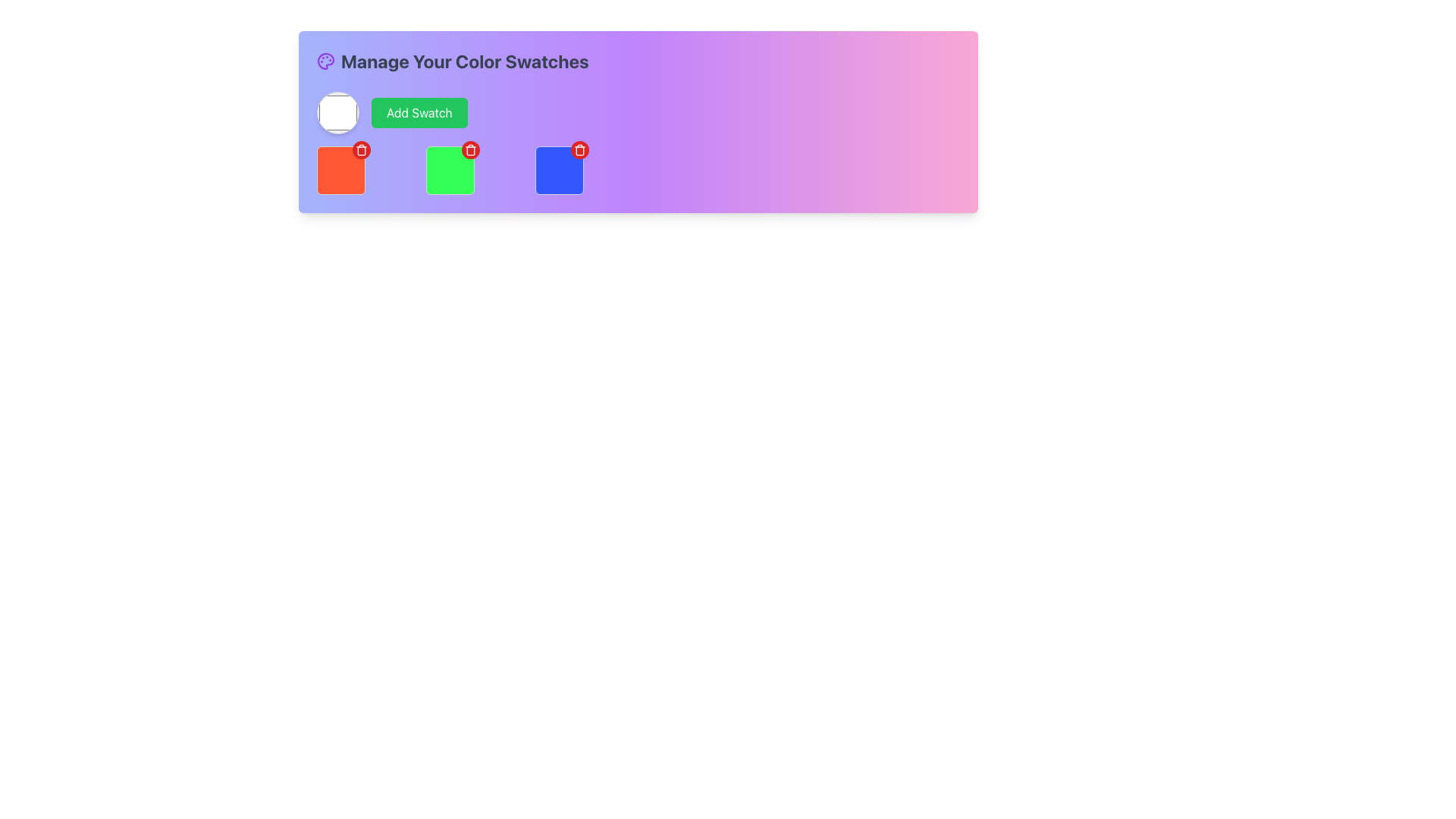 The width and height of the screenshot is (1456, 819). Describe the element at coordinates (579, 151) in the screenshot. I see `the trash-can icon located at the top-right of the blue square swatch` at that location.